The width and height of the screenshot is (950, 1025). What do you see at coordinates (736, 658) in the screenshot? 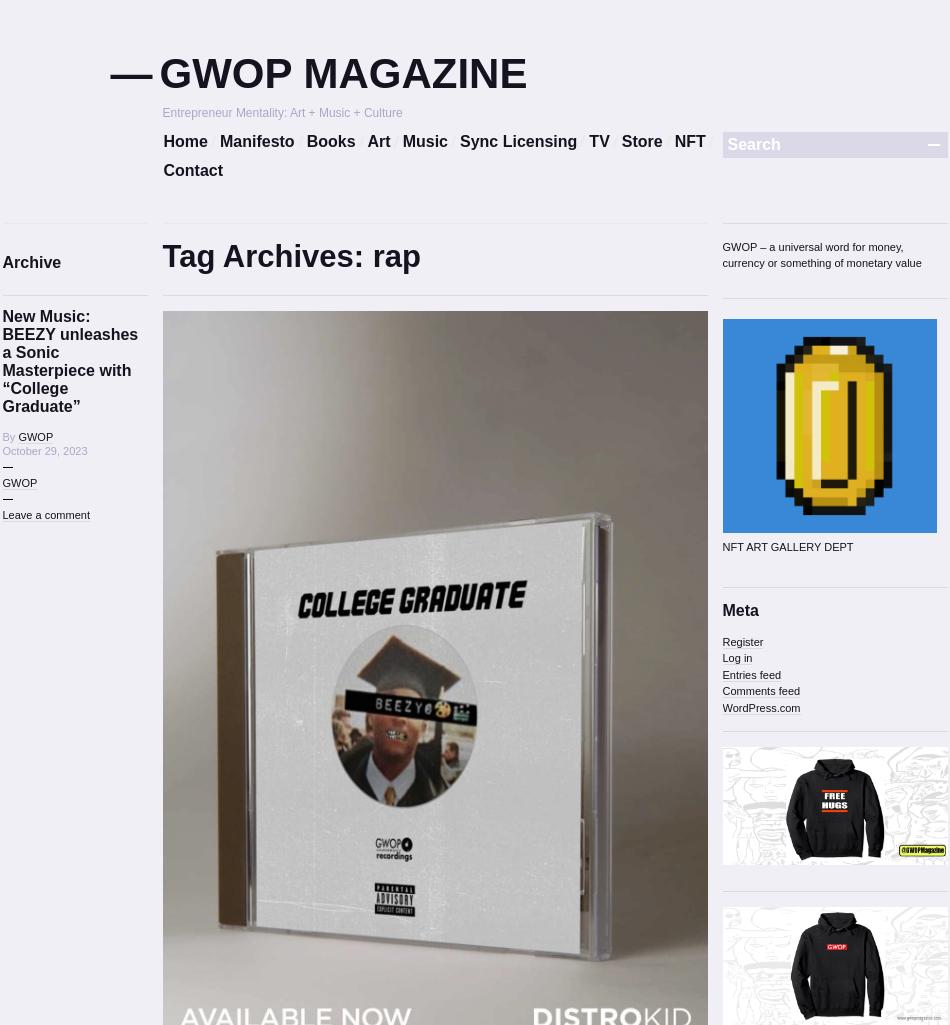
I see `'Log in'` at bounding box center [736, 658].